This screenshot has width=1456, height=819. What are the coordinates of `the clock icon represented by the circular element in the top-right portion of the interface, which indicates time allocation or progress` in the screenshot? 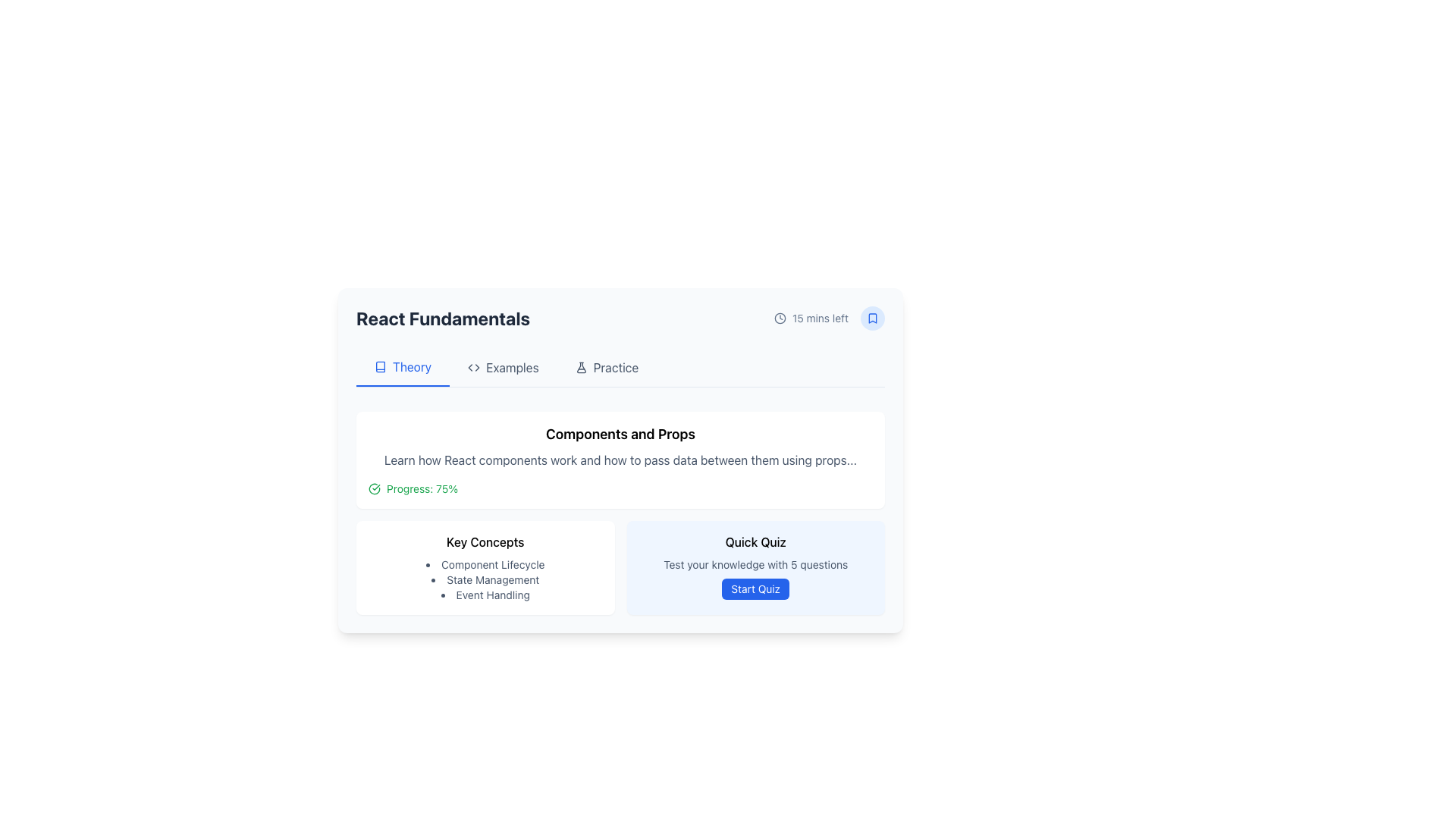 It's located at (780, 318).